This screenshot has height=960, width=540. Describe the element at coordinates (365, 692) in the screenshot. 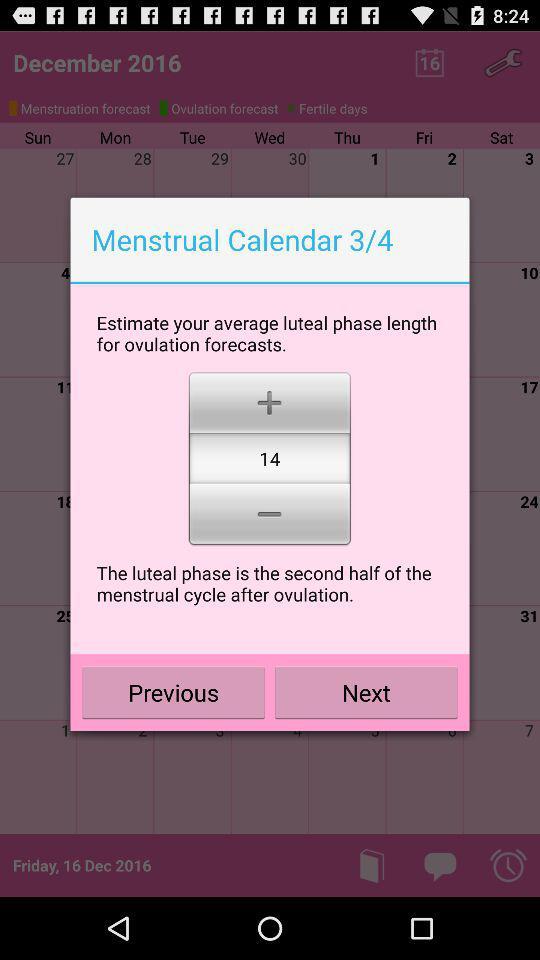

I see `next button` at that location.